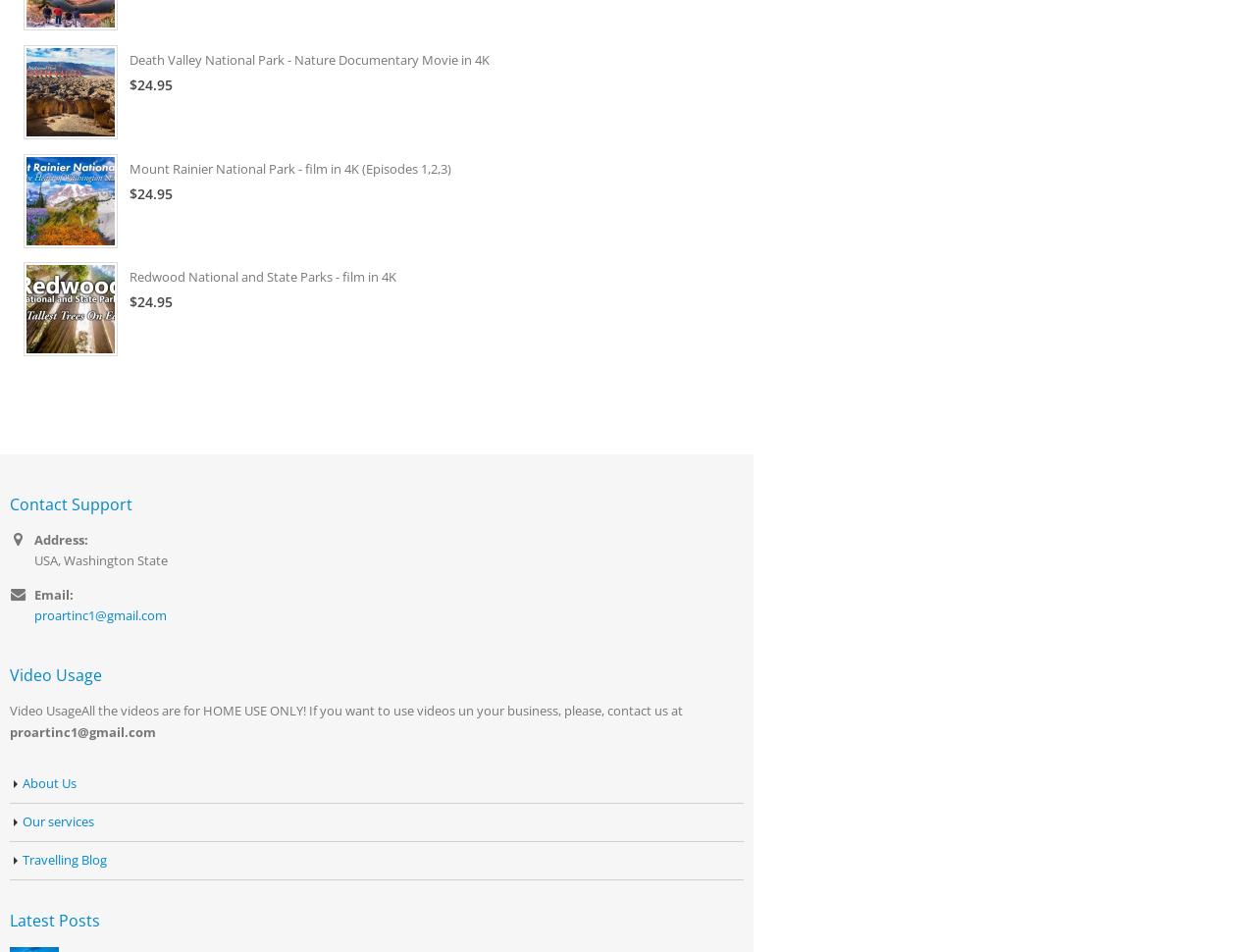 The height and width of the screenshot is (952, 1252). What do you see at coordinates (261, 275) in the screenshot?
I see `'Redwood National and State Parks - film in 4K'` at bounding box center [261, 275].